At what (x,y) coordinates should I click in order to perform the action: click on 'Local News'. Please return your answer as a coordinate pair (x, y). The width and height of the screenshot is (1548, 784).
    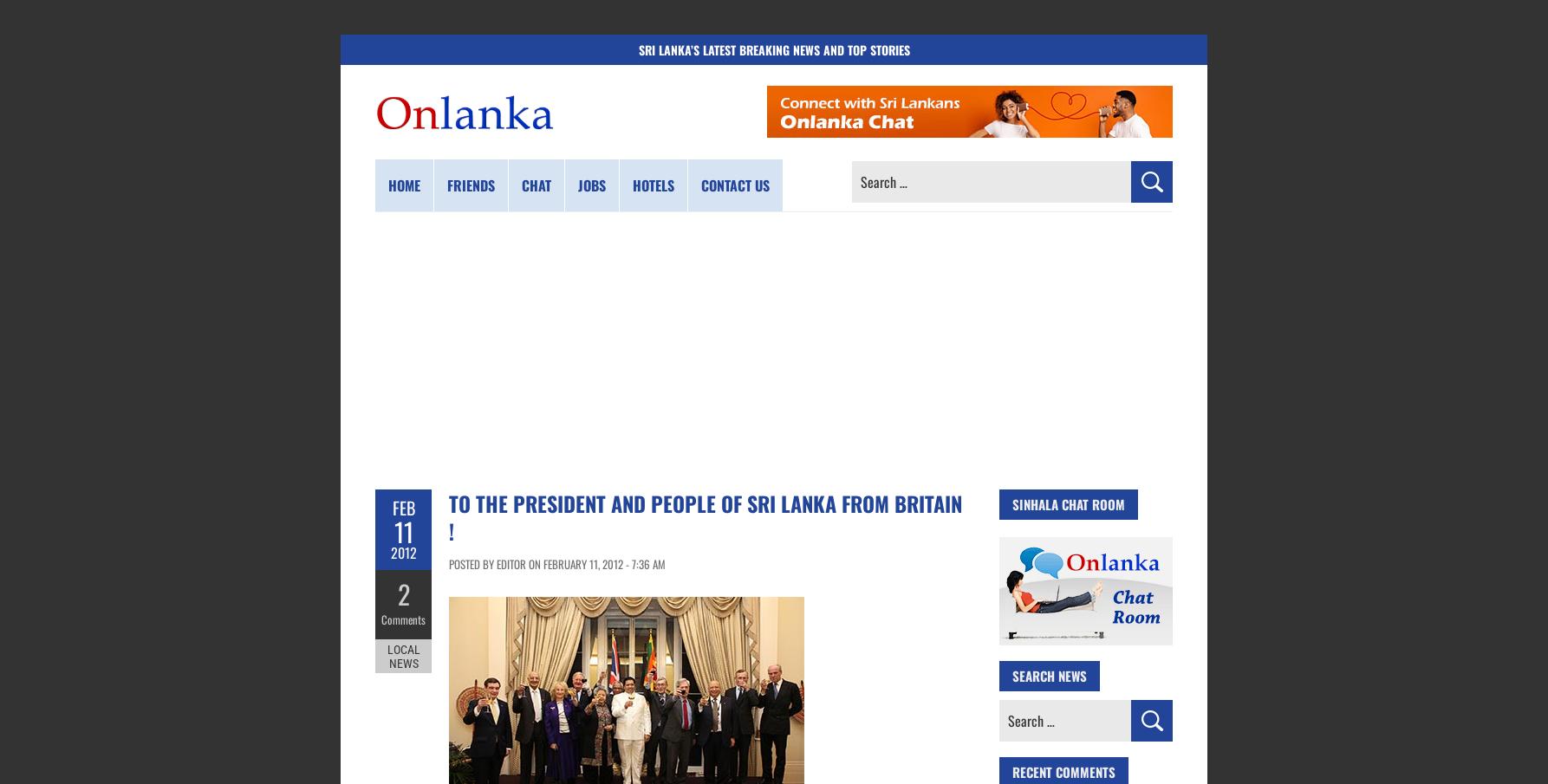
    Looking at the image, I should click on (402, 656).